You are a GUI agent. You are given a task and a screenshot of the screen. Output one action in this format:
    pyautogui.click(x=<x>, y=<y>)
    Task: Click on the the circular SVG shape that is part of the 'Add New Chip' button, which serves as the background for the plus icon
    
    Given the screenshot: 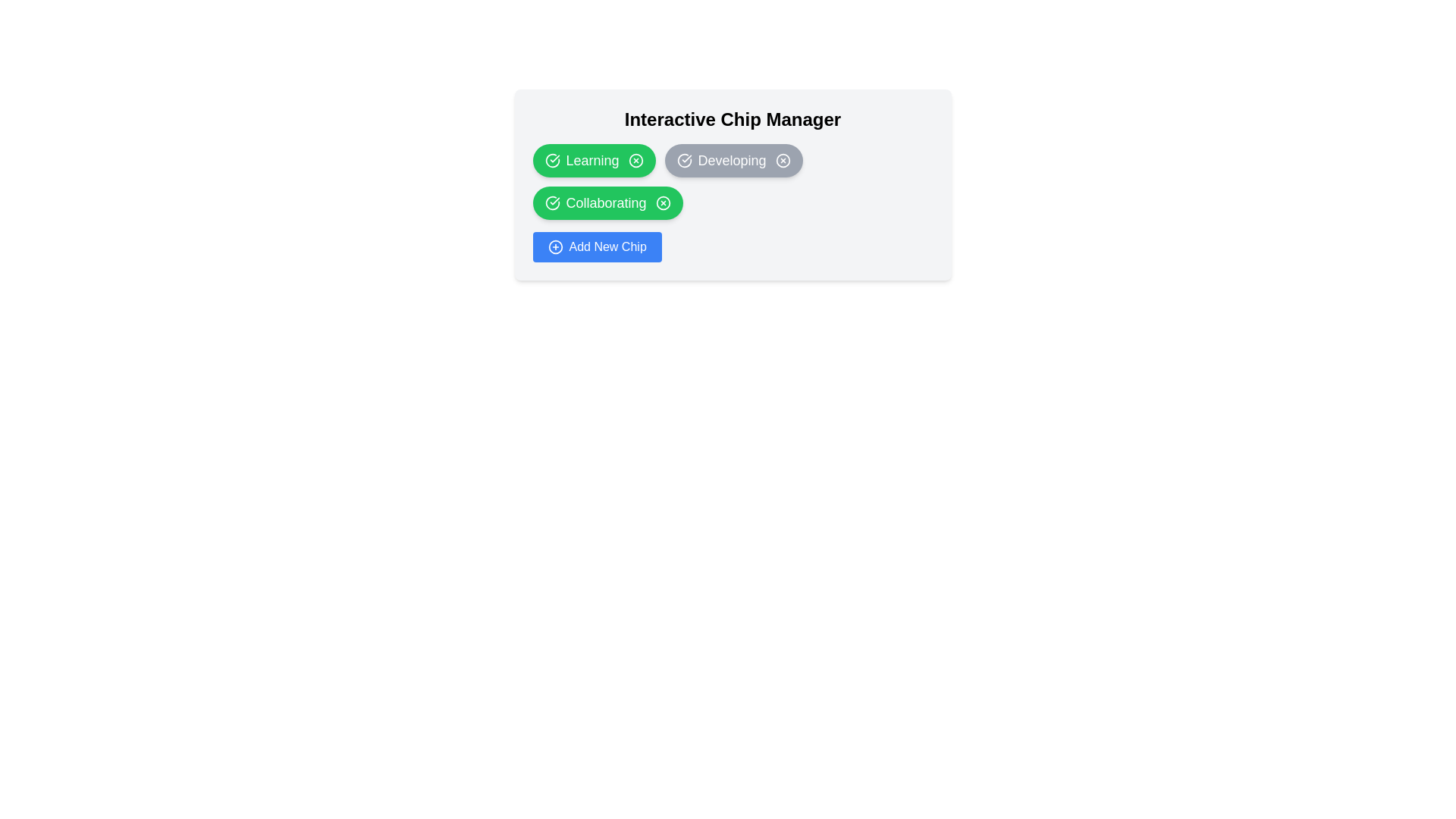 What is the action you would take?
    pyautogui.click(x=554, y=246)
    